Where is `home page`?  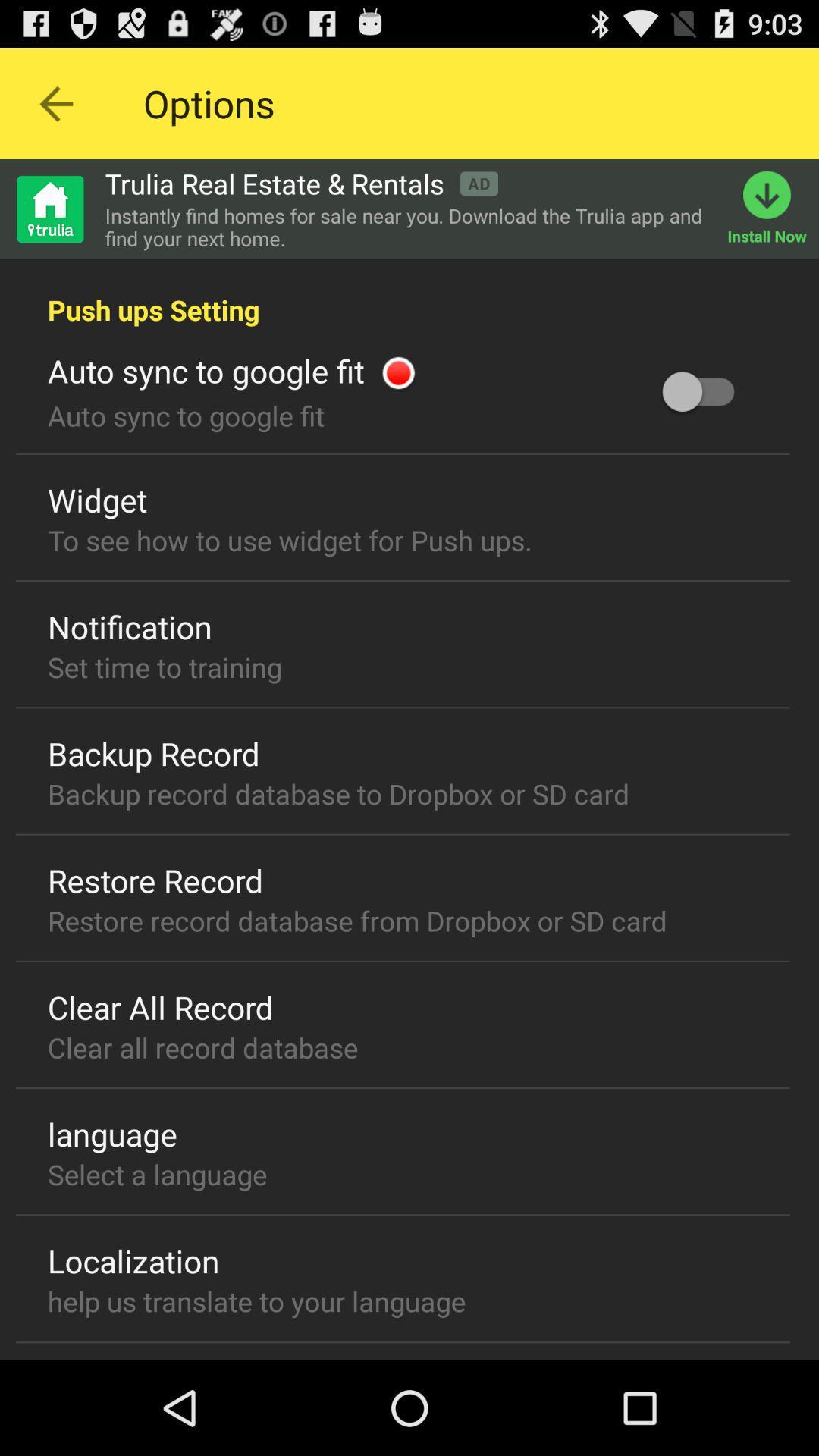
home page is located at coordinates (49, 208).